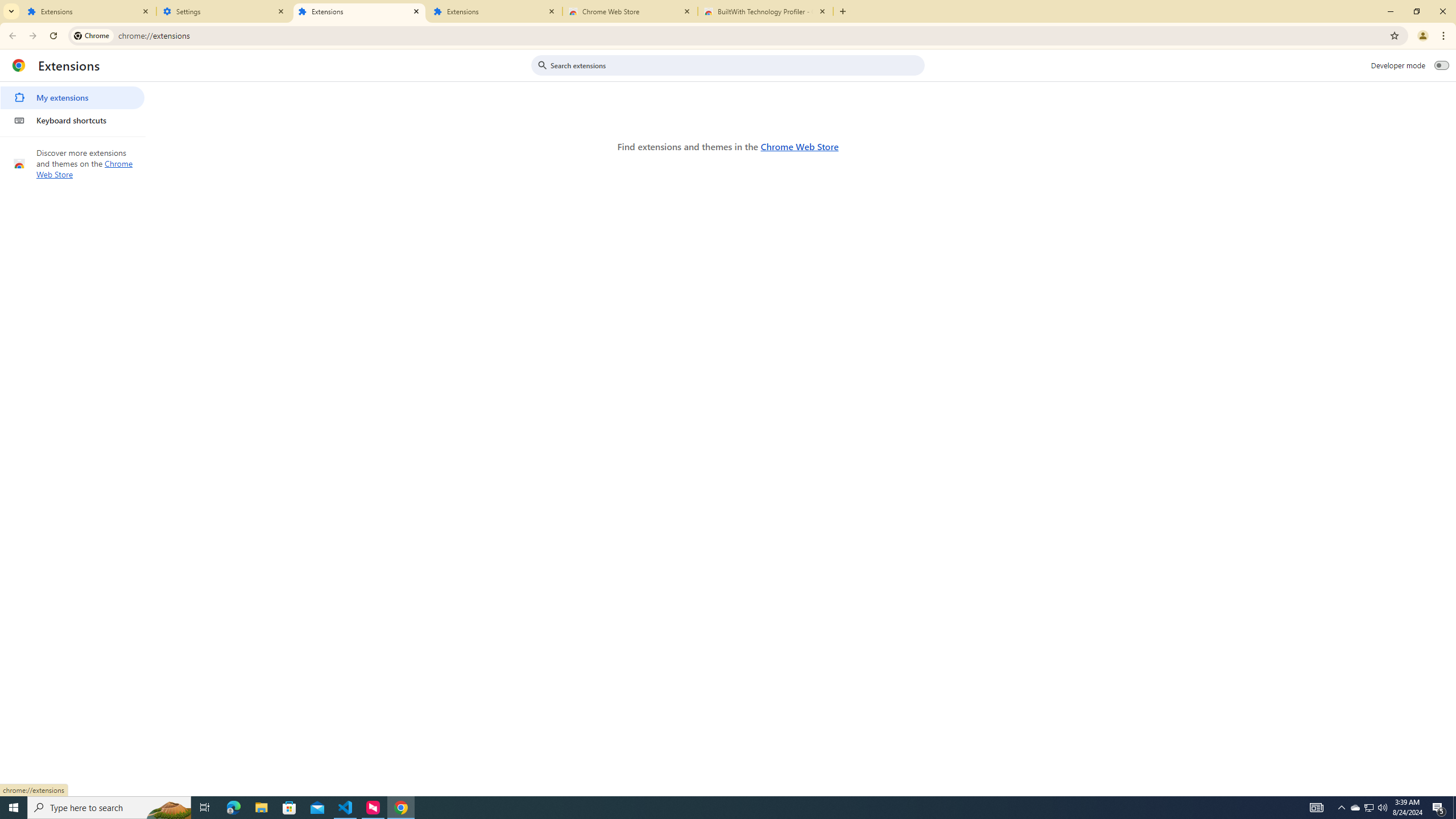 Image resolution: width=1456 pixels, height=819 pixels. I want to click on 'AutomationID: sectionMenu', so click(72, 106).